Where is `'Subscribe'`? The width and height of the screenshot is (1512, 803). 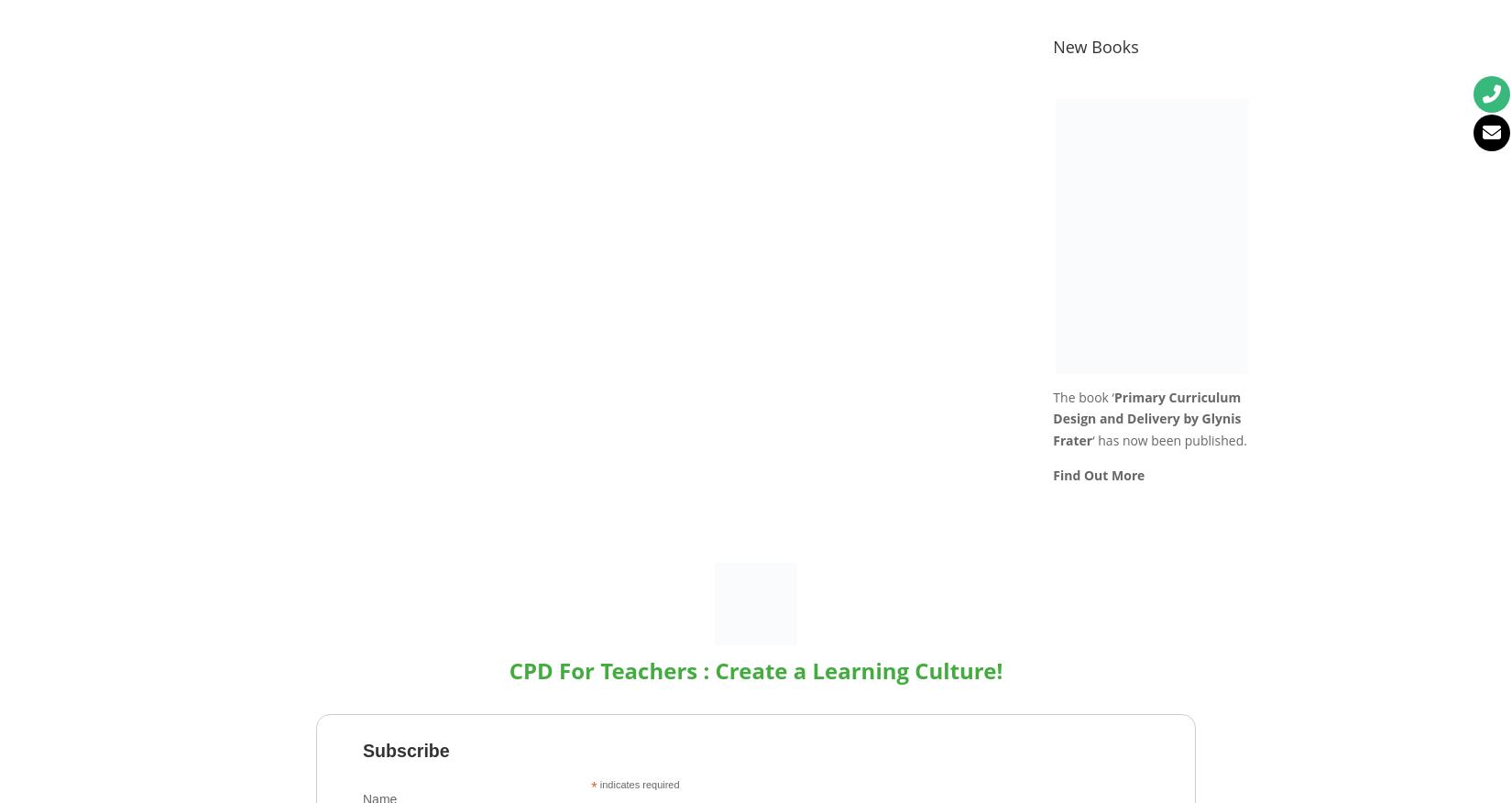 'Subscribe' is located at coordinates (405, 749).